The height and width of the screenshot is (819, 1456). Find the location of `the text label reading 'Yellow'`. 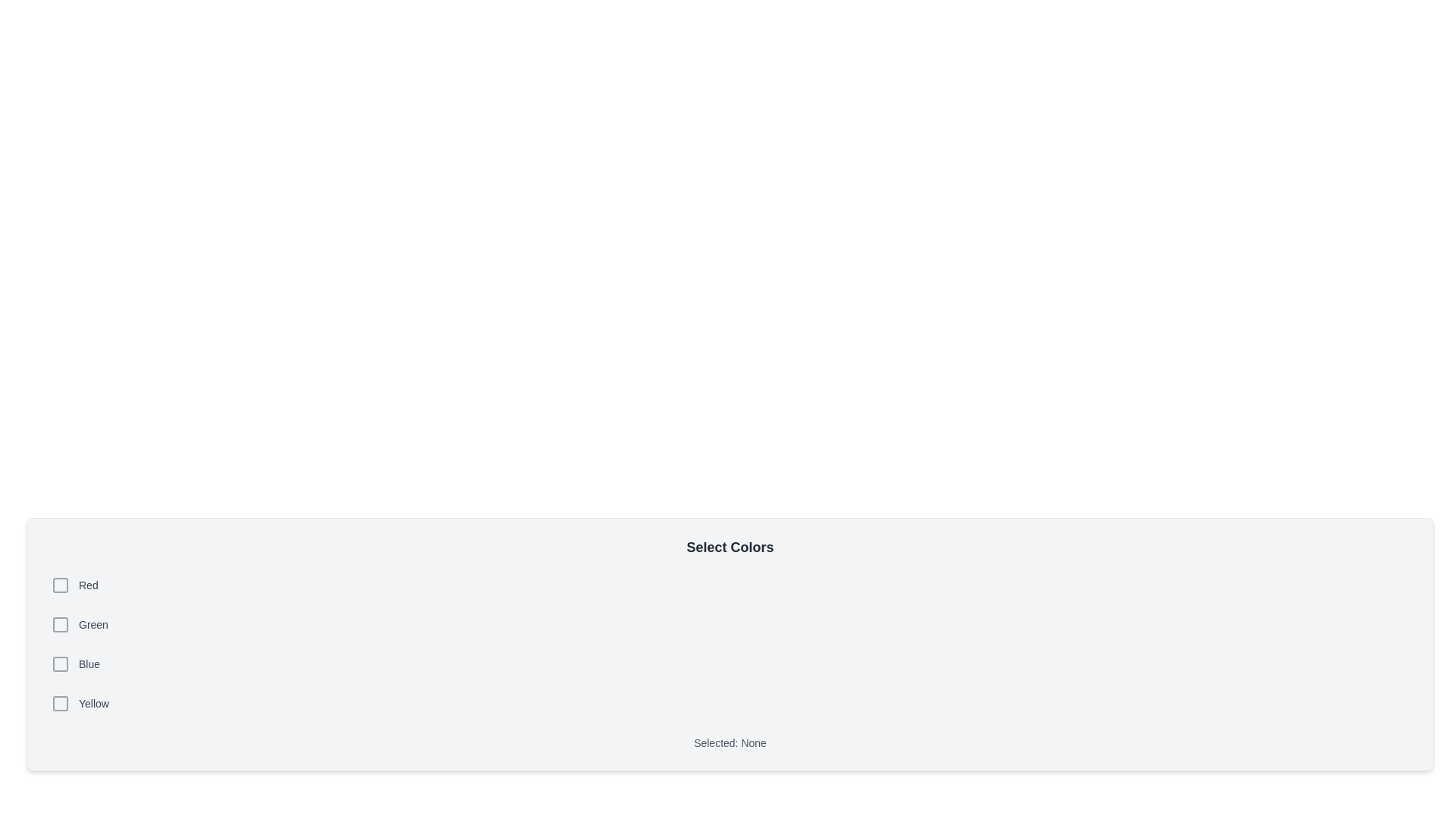

the text label reading 'Yellow' is located at coordinates (93, 704).